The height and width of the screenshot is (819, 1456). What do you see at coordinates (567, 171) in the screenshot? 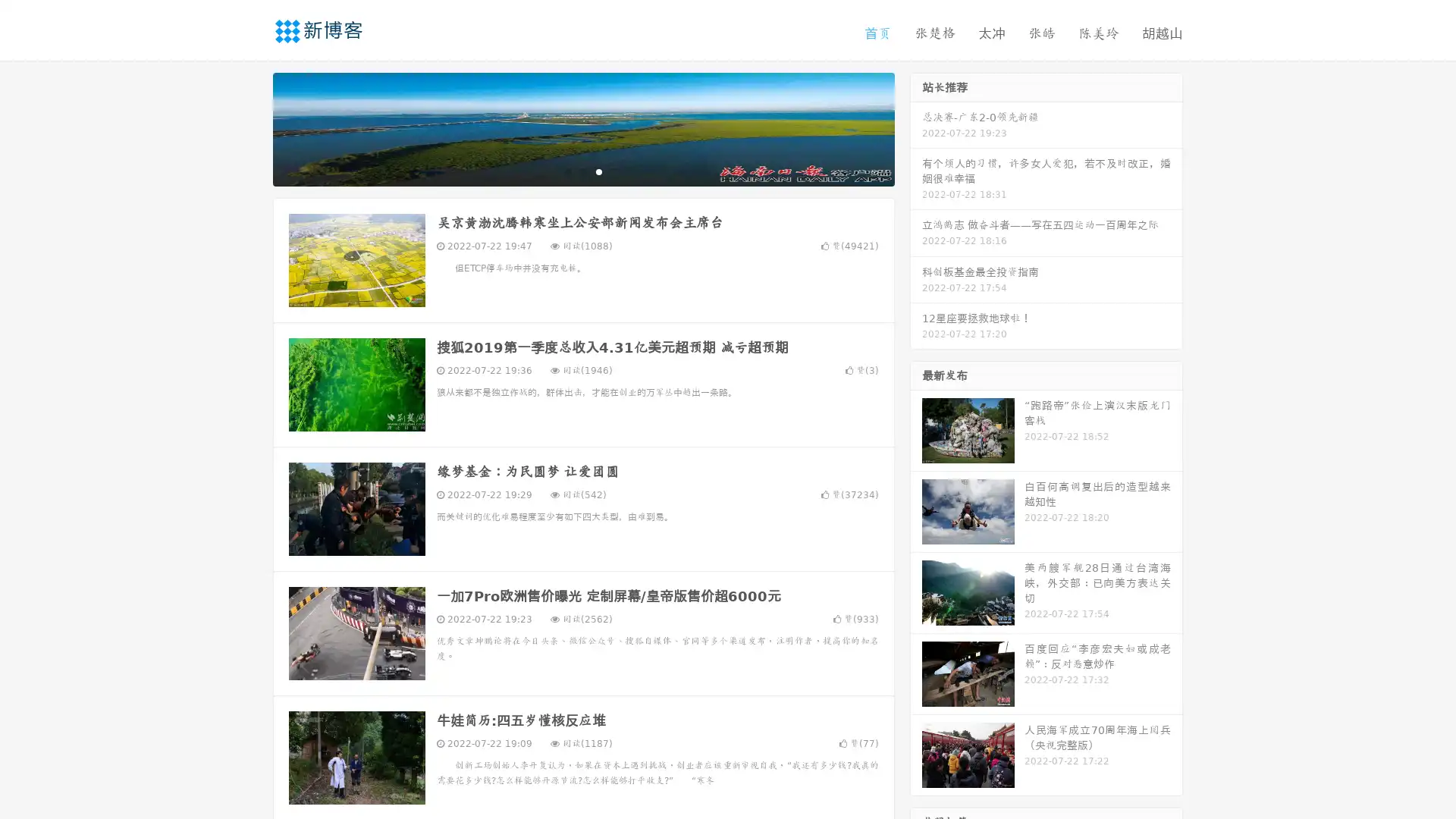
I see `Go to slide 1` at bounding box center [567, 171].